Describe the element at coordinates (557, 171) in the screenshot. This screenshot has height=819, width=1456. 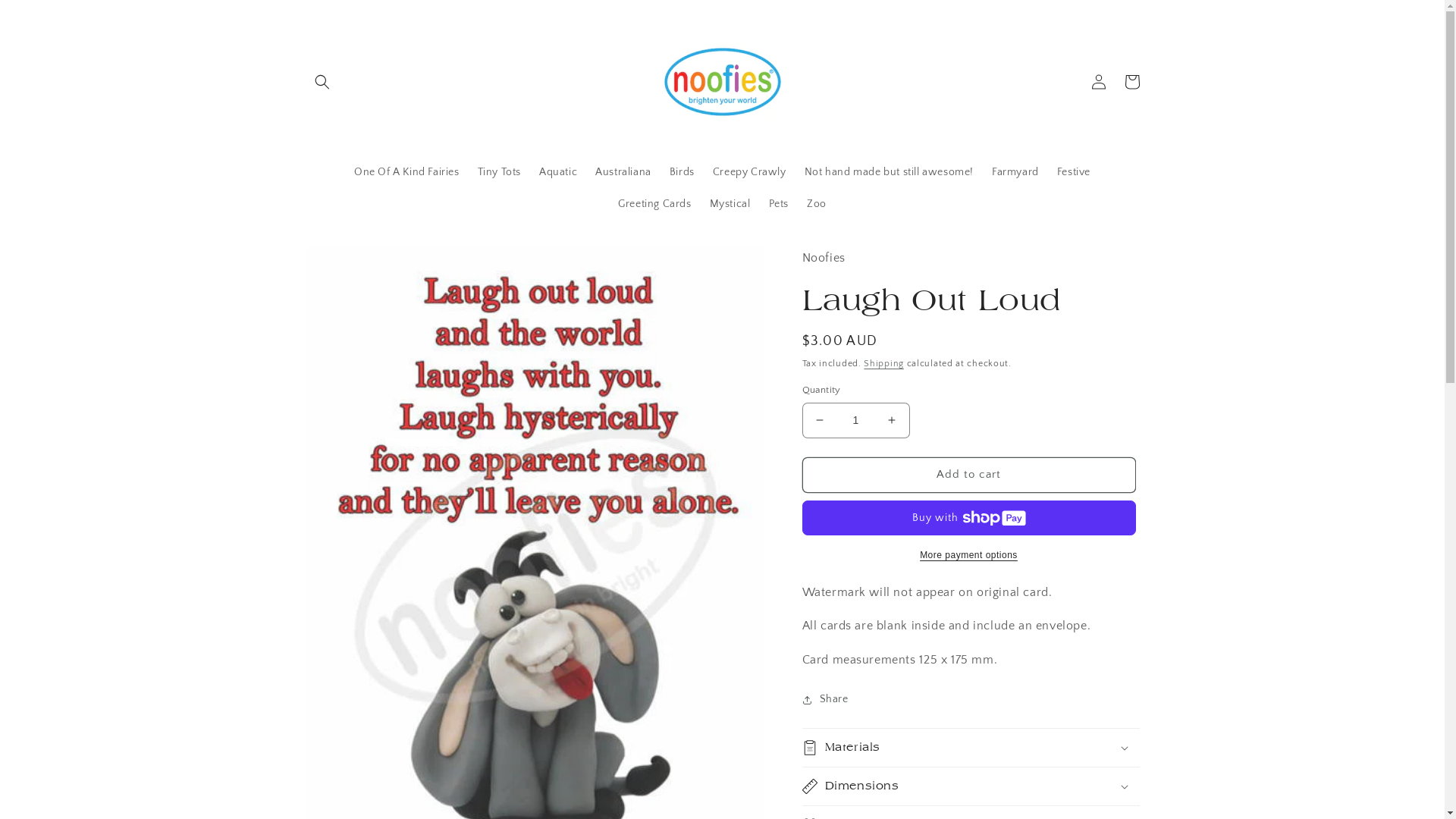
I see `'Aquatic'` at that location.